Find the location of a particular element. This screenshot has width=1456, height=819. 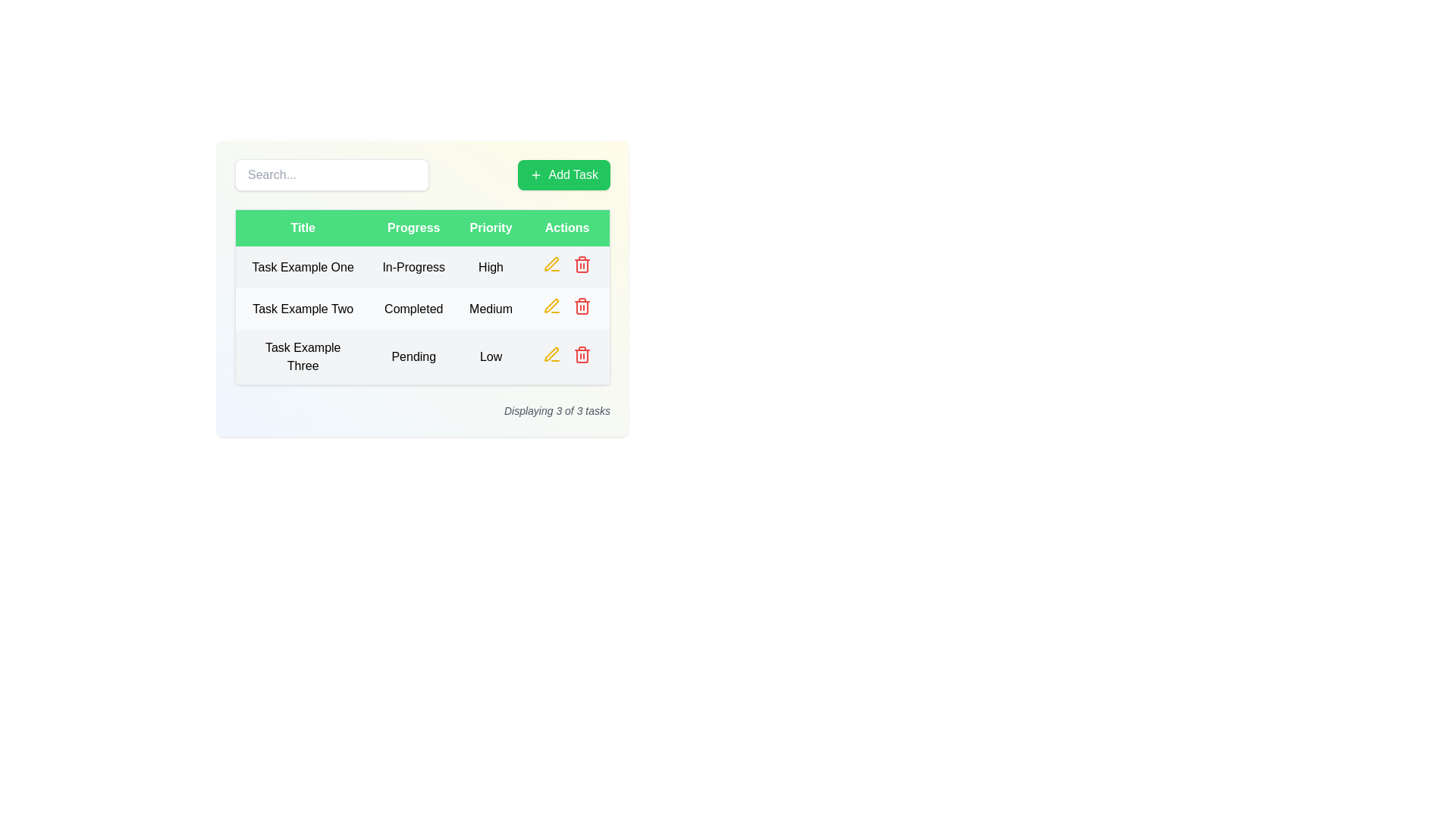

the interactive area styled with padding in the 'Actions' column of the third row associated with 'Task Example Three' is located at coordinates (566, 356).